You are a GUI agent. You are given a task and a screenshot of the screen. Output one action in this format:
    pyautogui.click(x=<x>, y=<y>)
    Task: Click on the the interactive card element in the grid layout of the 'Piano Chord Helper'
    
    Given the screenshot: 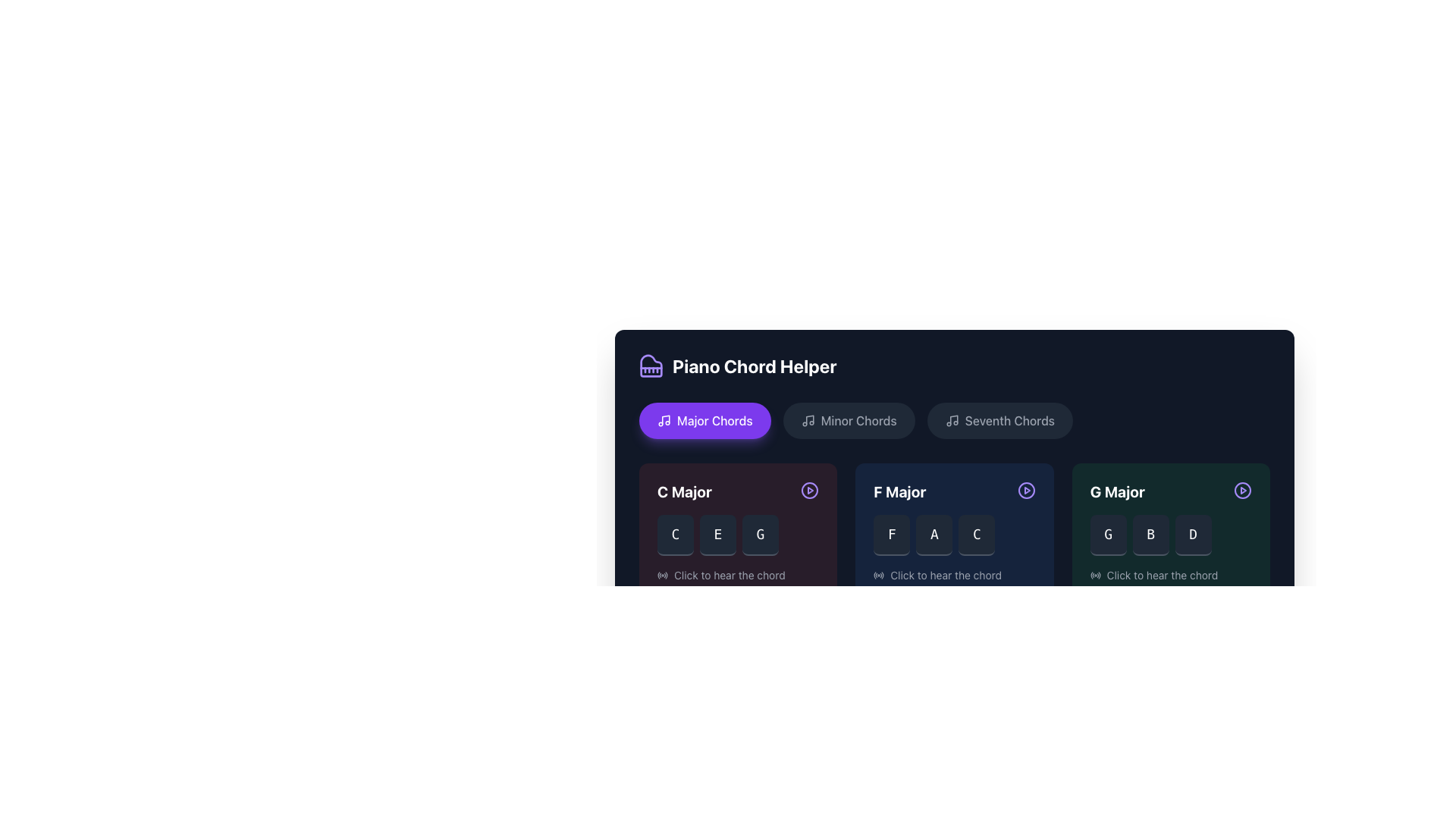 What is the action you would take?
    pyautogui.click(x=953, y=532)
    